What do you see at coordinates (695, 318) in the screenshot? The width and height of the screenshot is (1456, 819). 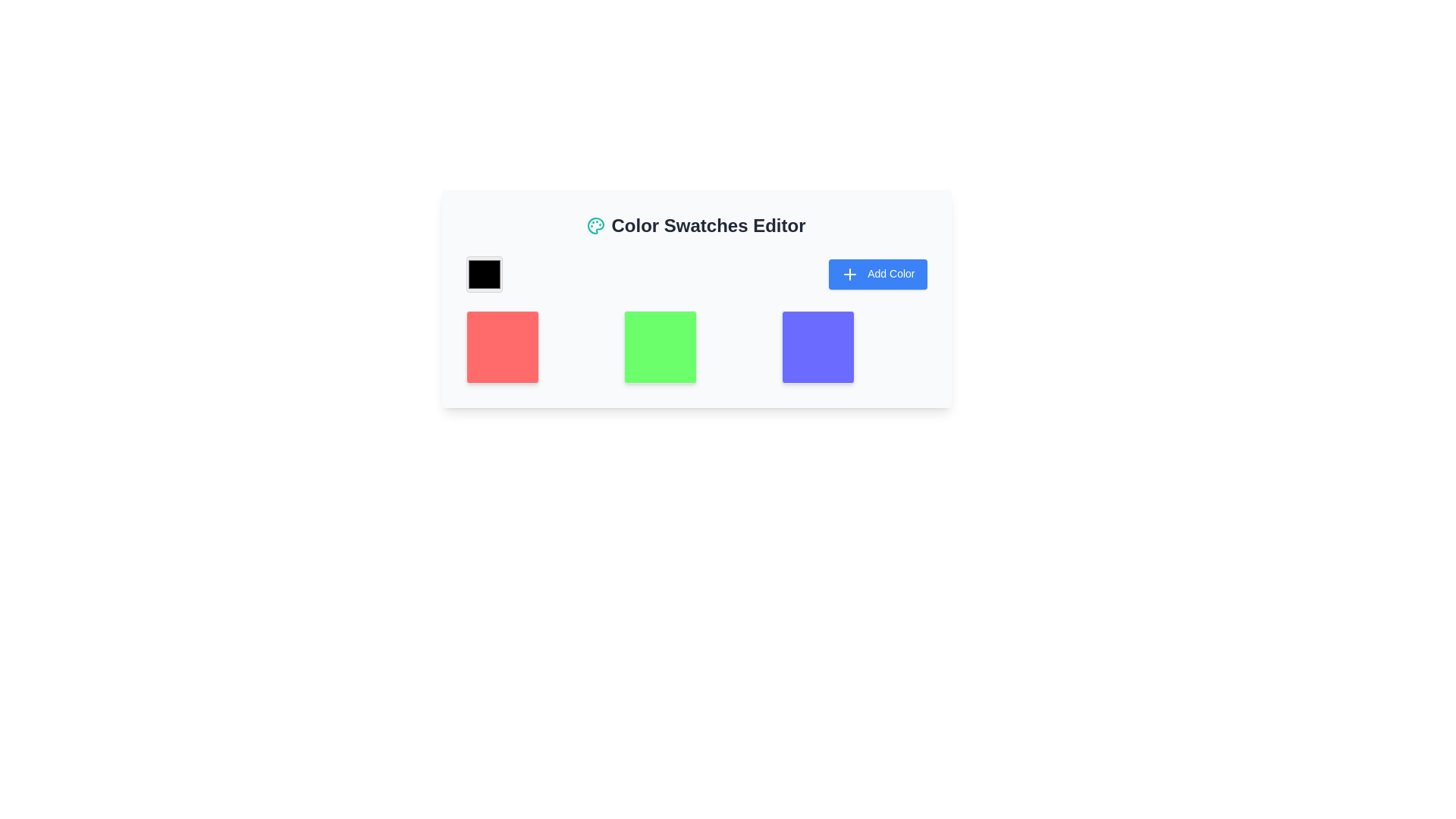 I see `the interactive color swatch located between the red square on the left and the blue square on the right` at bounding box center [695, 318].